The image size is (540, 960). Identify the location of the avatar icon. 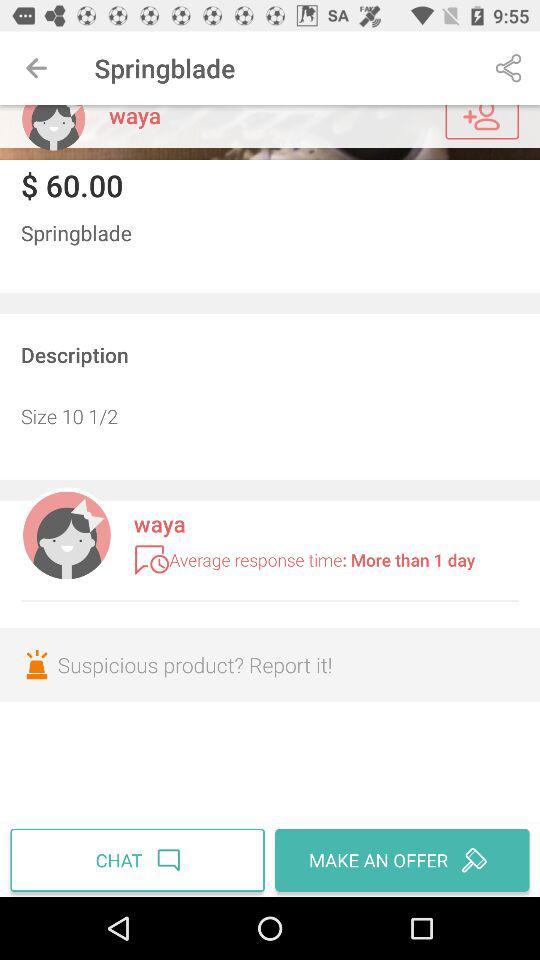
(53, 126).